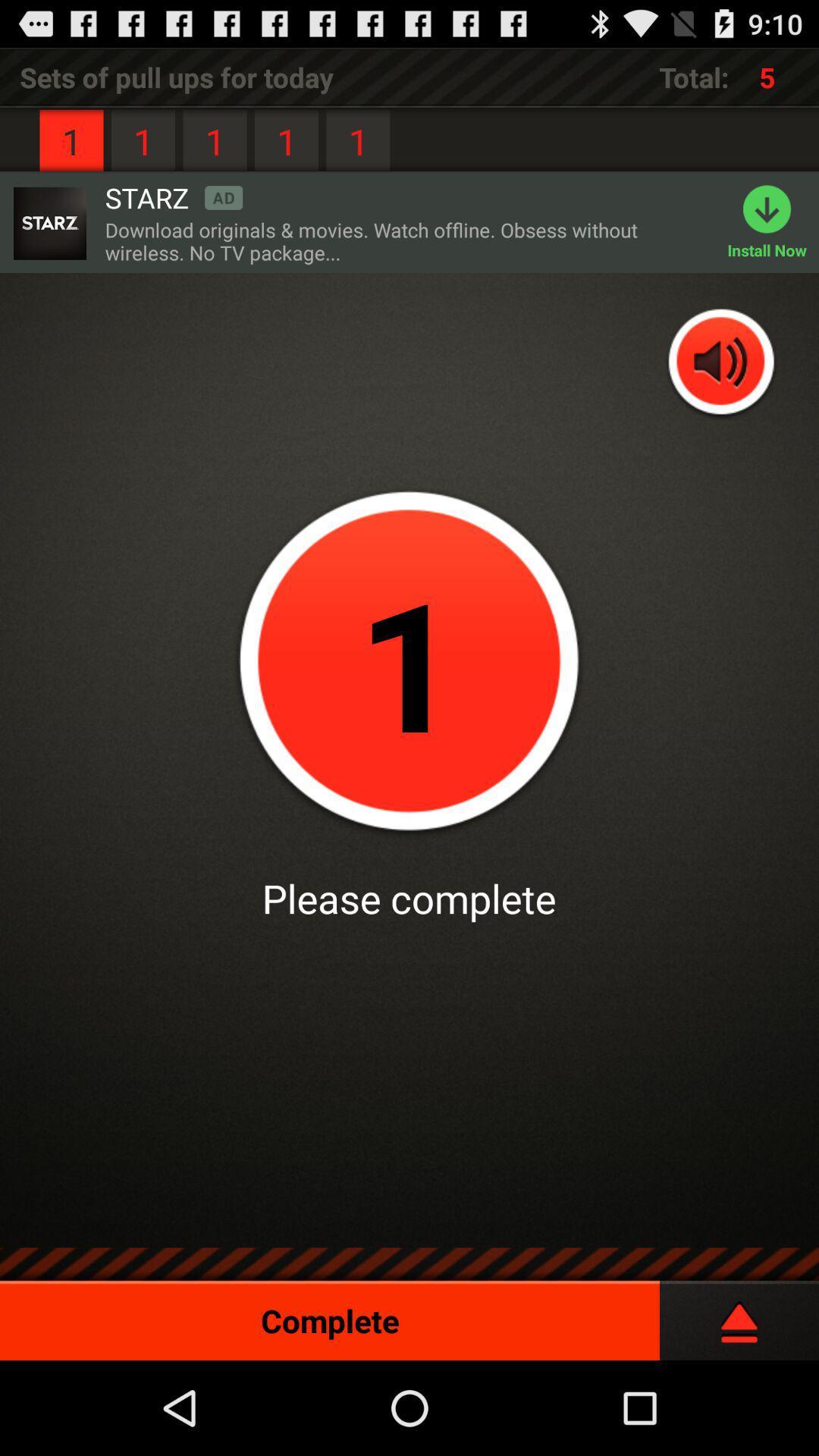 The width and height of the screenshot is (819, 1456). I want to click on item to the left of the 1, so click(173, 196).